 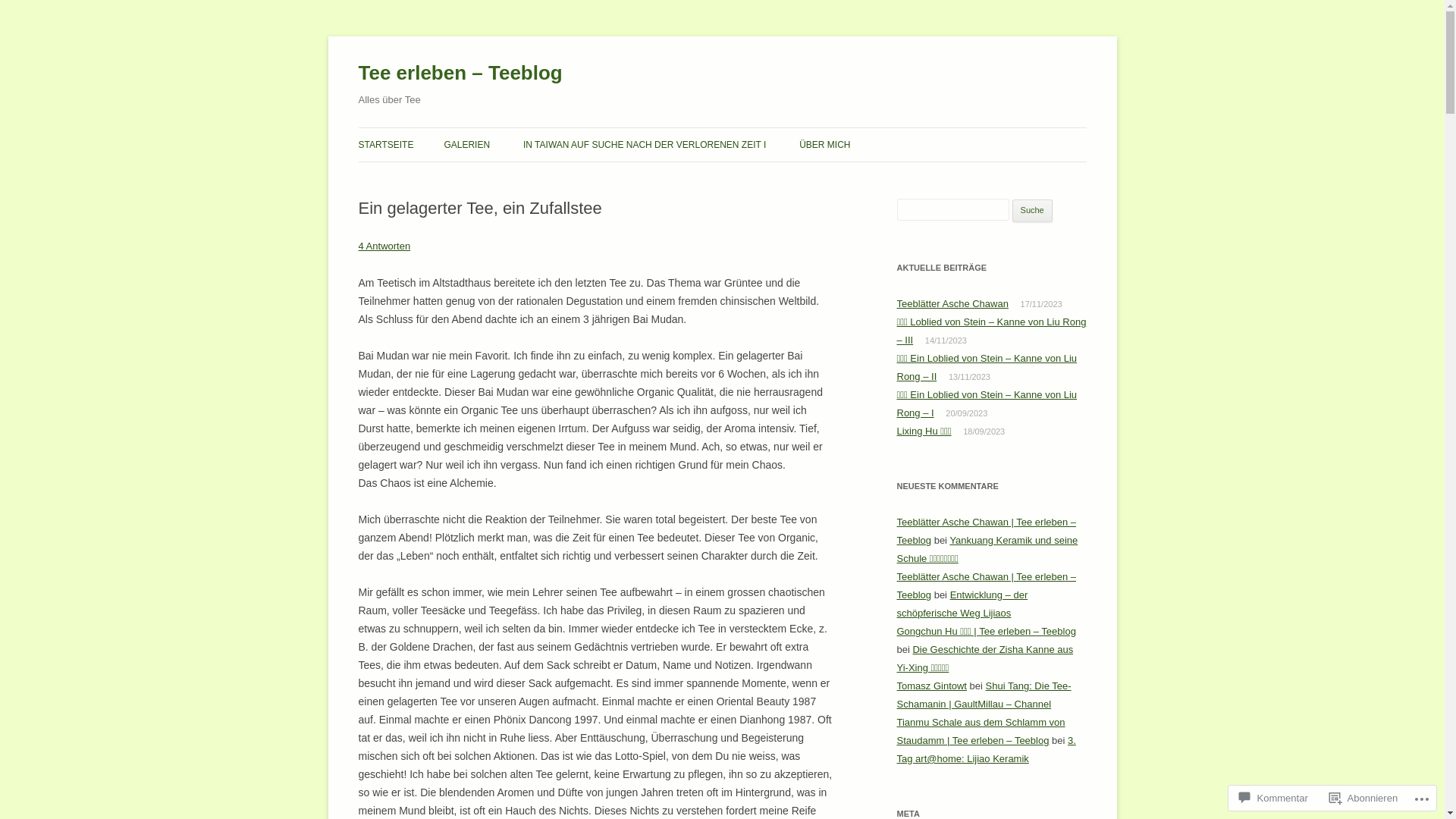 What do you see at coordinates (896, 748) in the screenshot?
I see `'3. Tag art@home: Lijiao Keramik'` at bounding box center [896, 748].